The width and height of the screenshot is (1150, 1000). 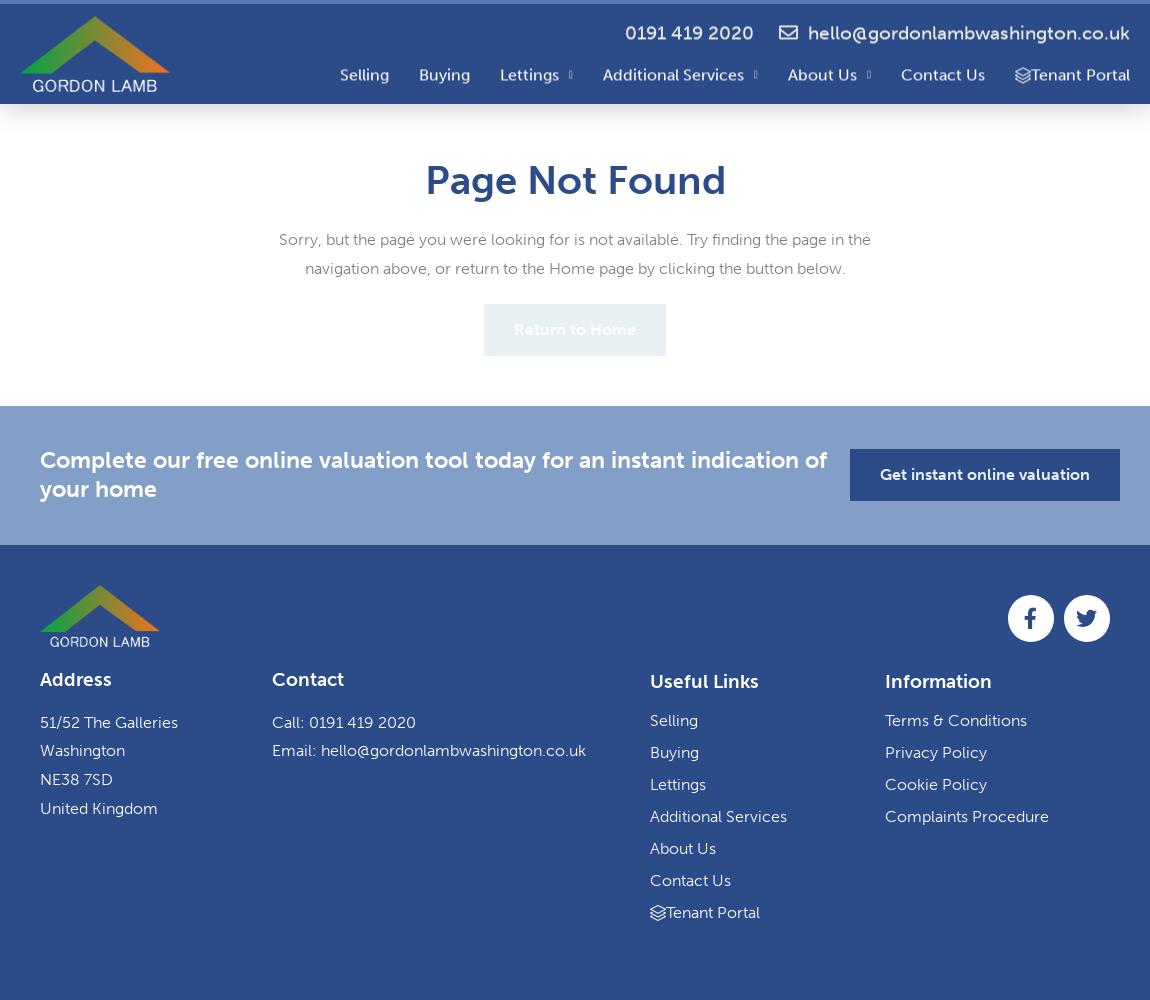 I want to click on 'hello@gordonlambwashington.co.uk', so click(x=963, y=32).